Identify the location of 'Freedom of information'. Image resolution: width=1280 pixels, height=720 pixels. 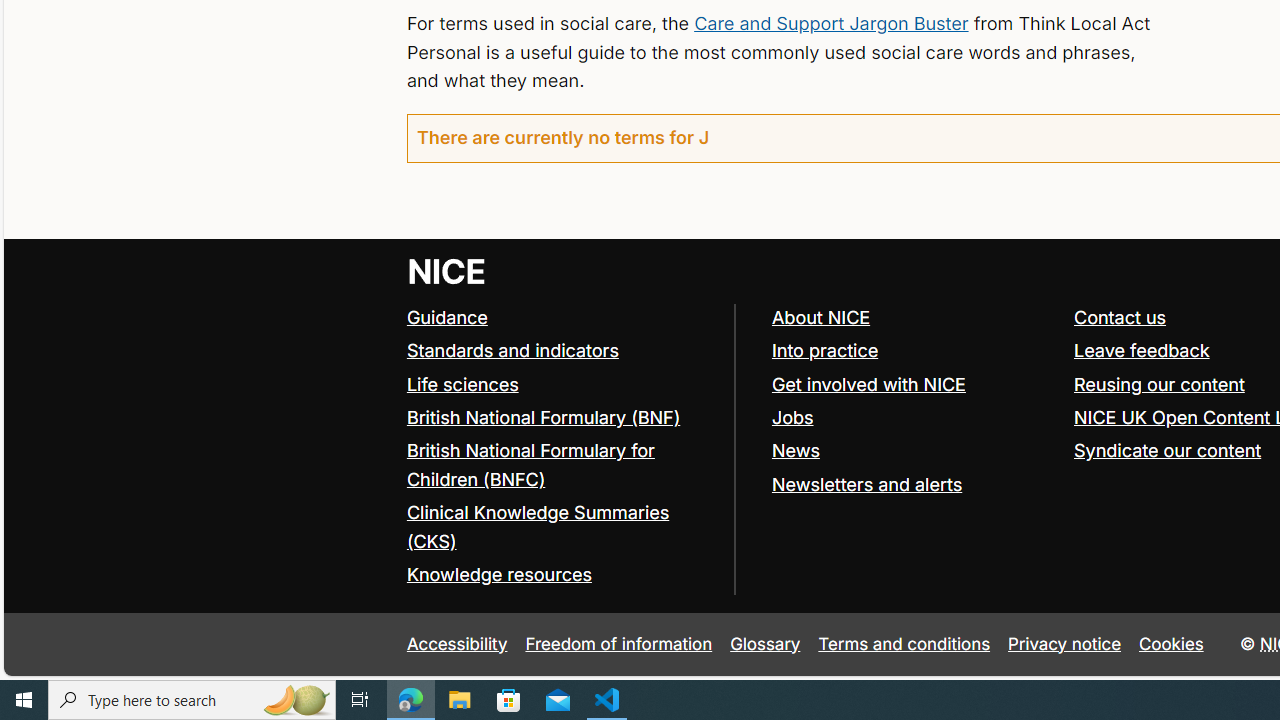
(617, 644).